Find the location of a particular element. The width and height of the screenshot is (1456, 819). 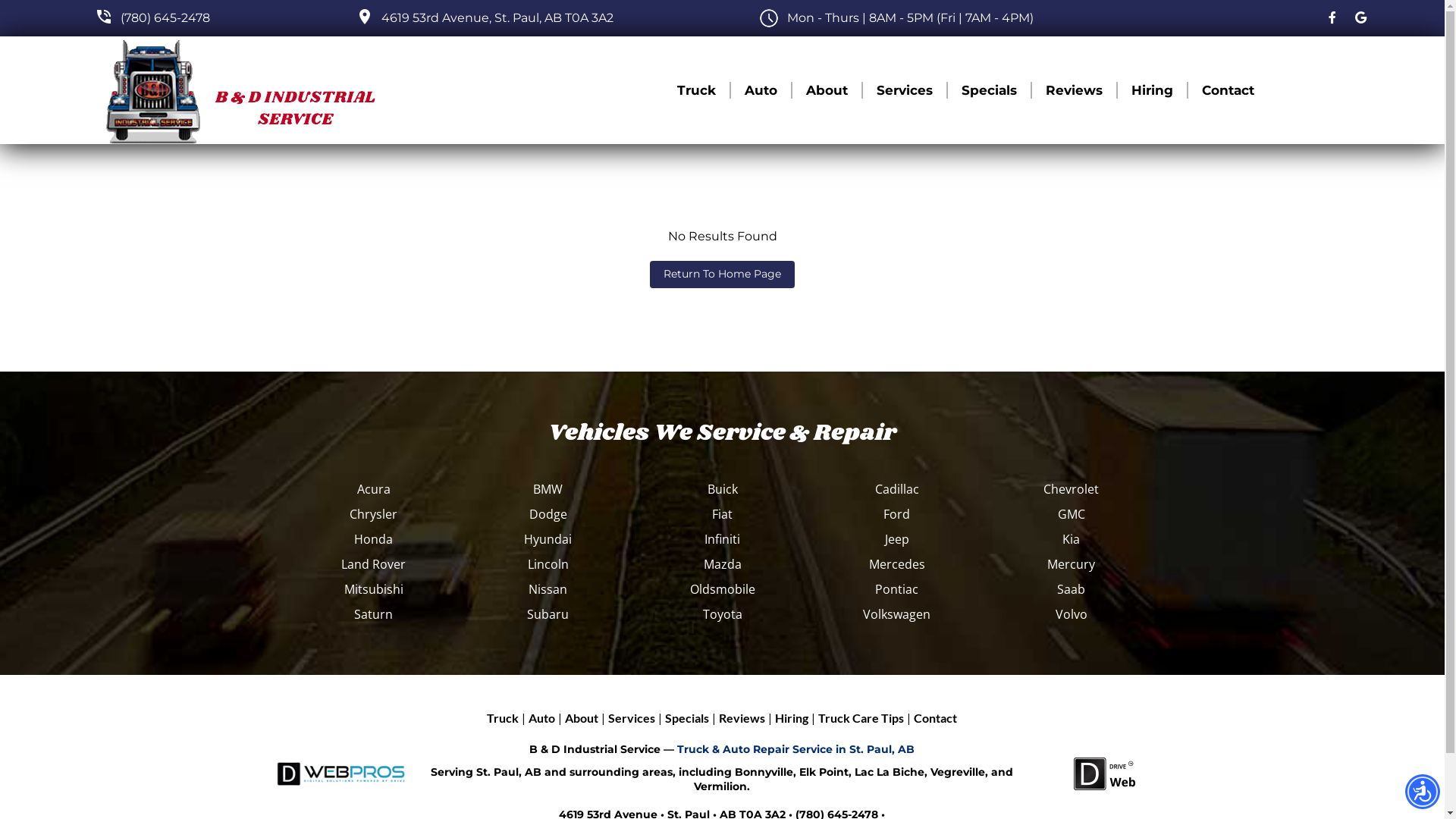

'Dodge' is located at coordinates (548, 513).